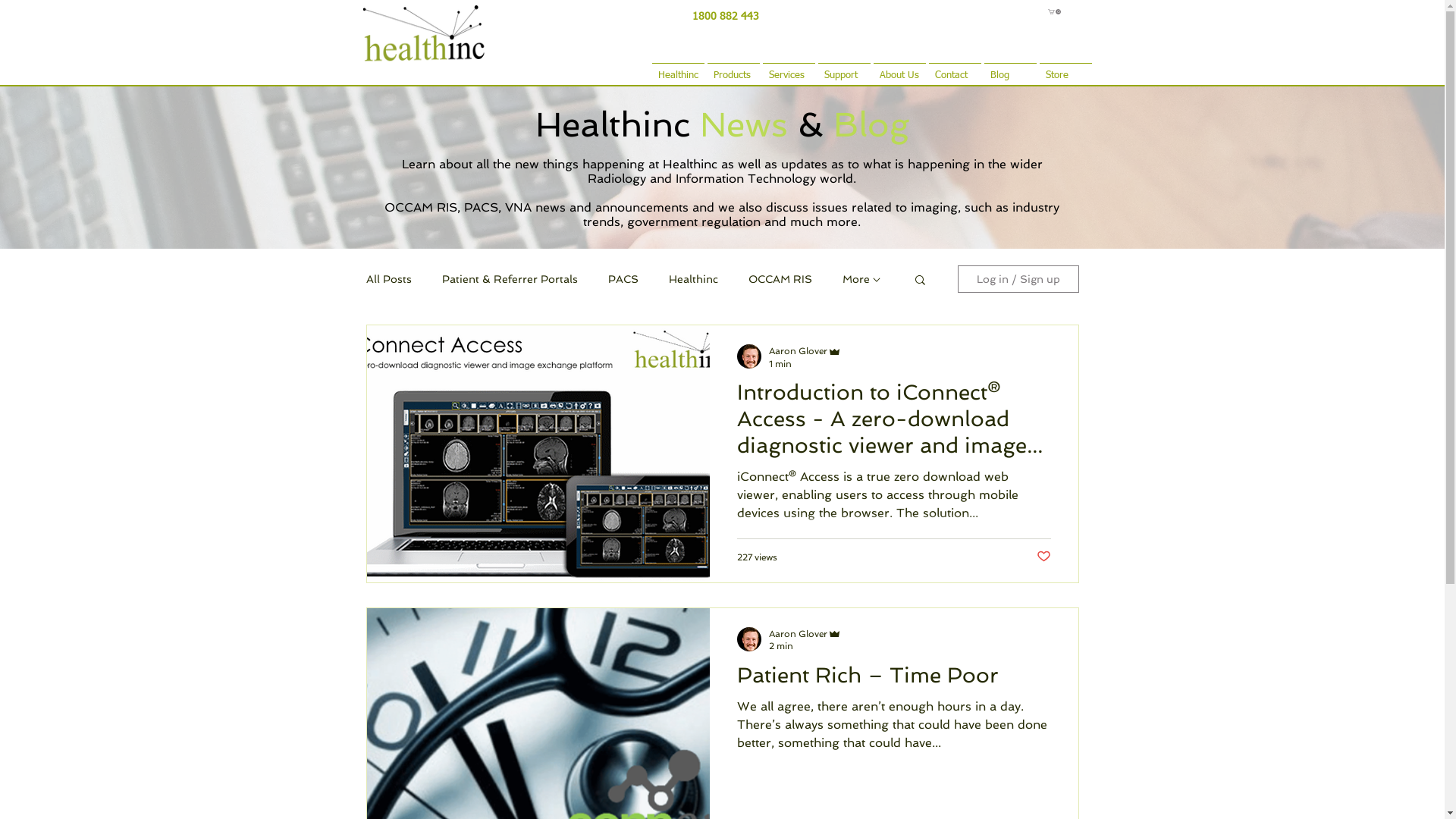 The height and width of the screenshot is (819, 1456). I want to click on 'Products', so click(704, 68).